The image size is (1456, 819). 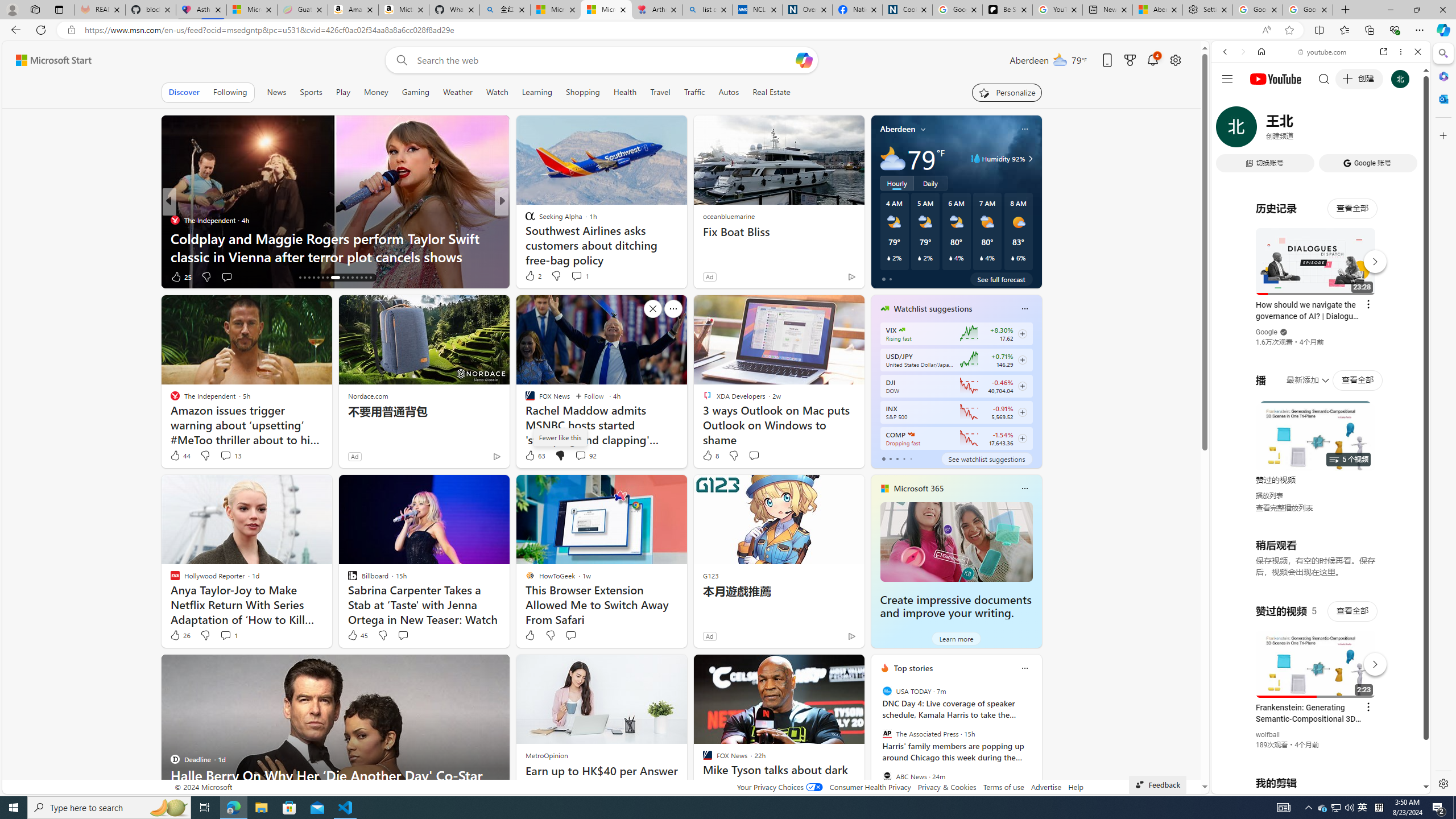 I want to click on 'youtube.com', so click(x=1322, y=52).